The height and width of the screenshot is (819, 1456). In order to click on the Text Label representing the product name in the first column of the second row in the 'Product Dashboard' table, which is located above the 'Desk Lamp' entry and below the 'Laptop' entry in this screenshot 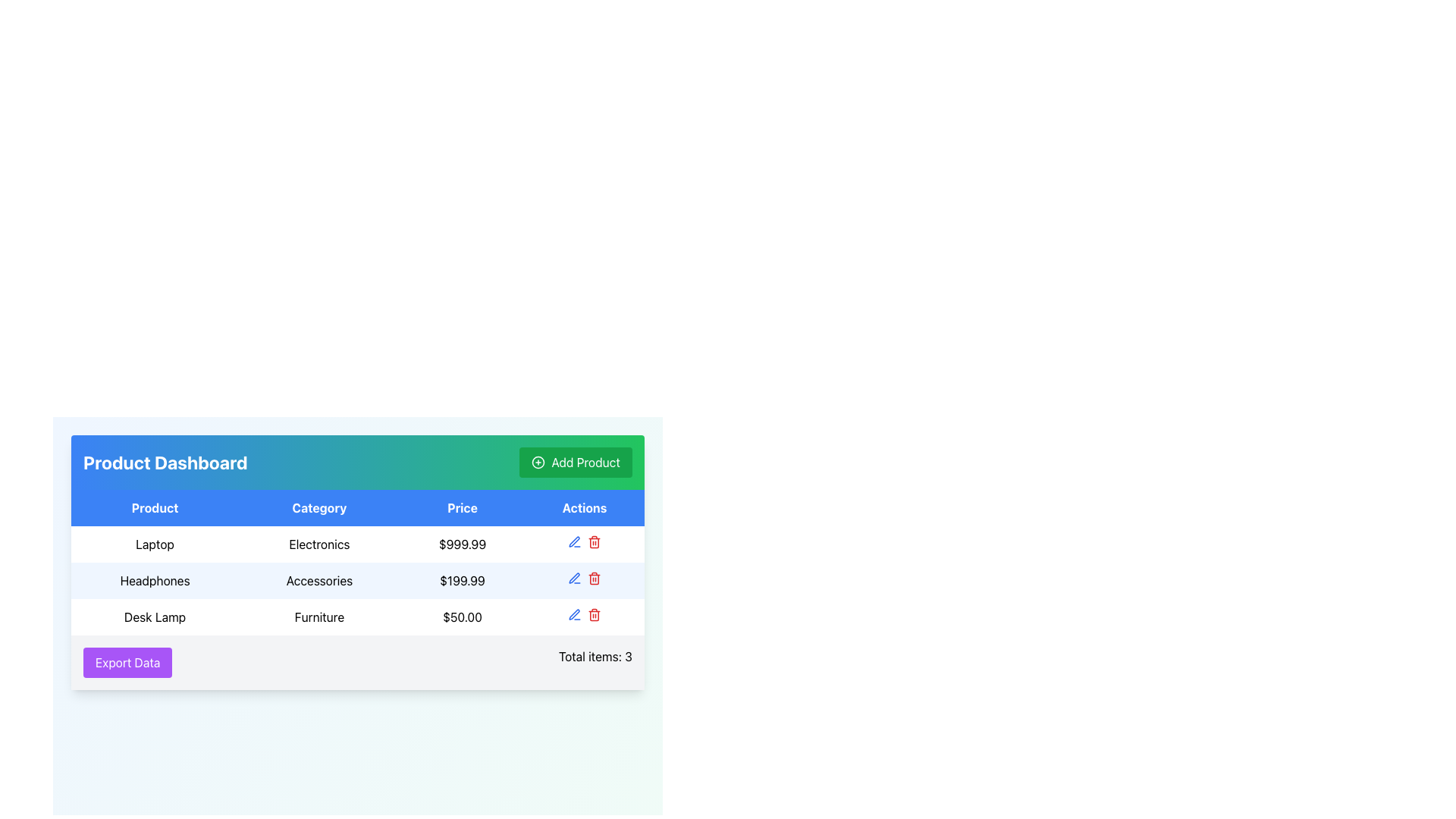, I will do `click(155, 580)`.